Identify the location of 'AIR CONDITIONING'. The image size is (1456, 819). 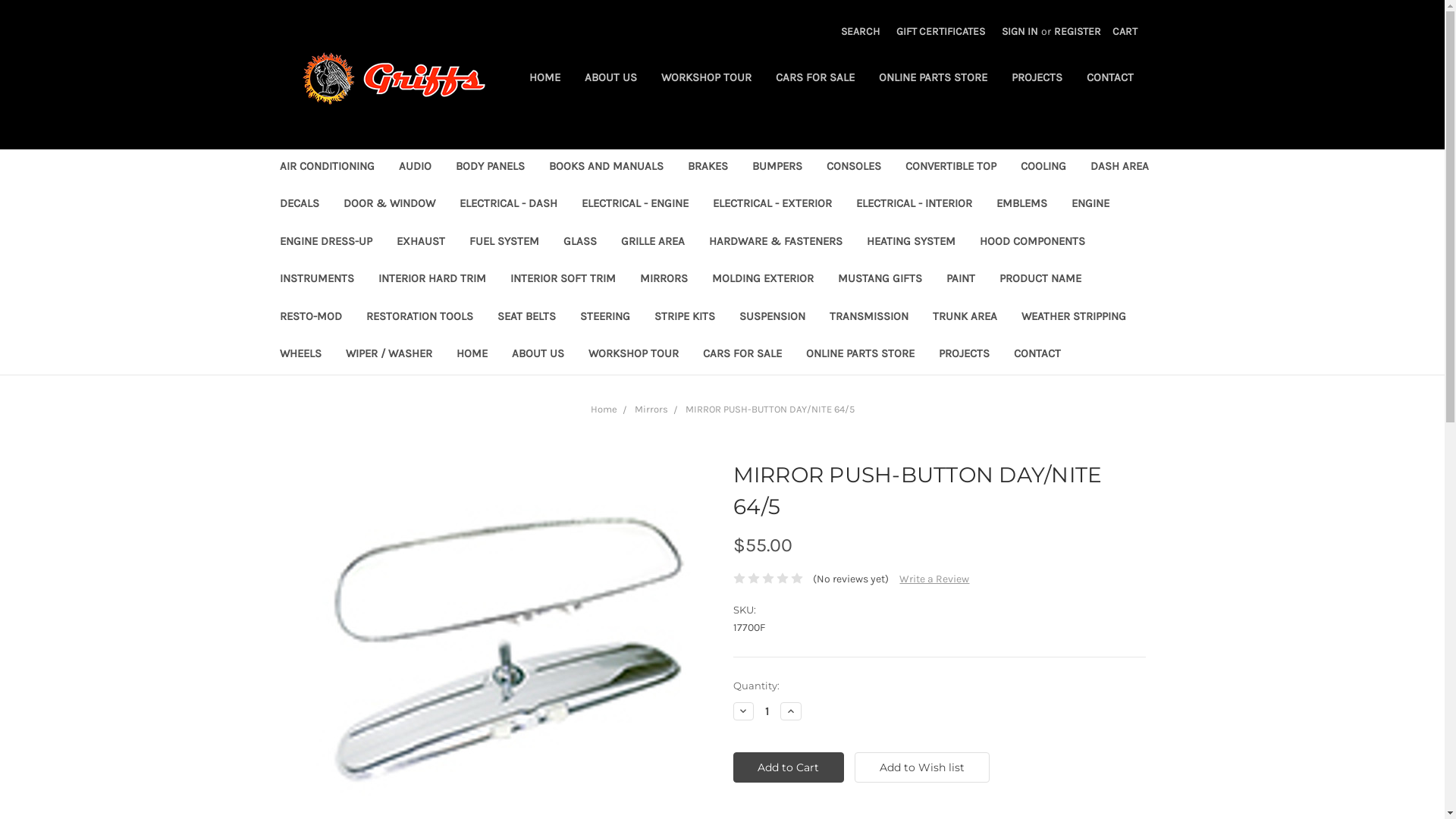
(325, 168).